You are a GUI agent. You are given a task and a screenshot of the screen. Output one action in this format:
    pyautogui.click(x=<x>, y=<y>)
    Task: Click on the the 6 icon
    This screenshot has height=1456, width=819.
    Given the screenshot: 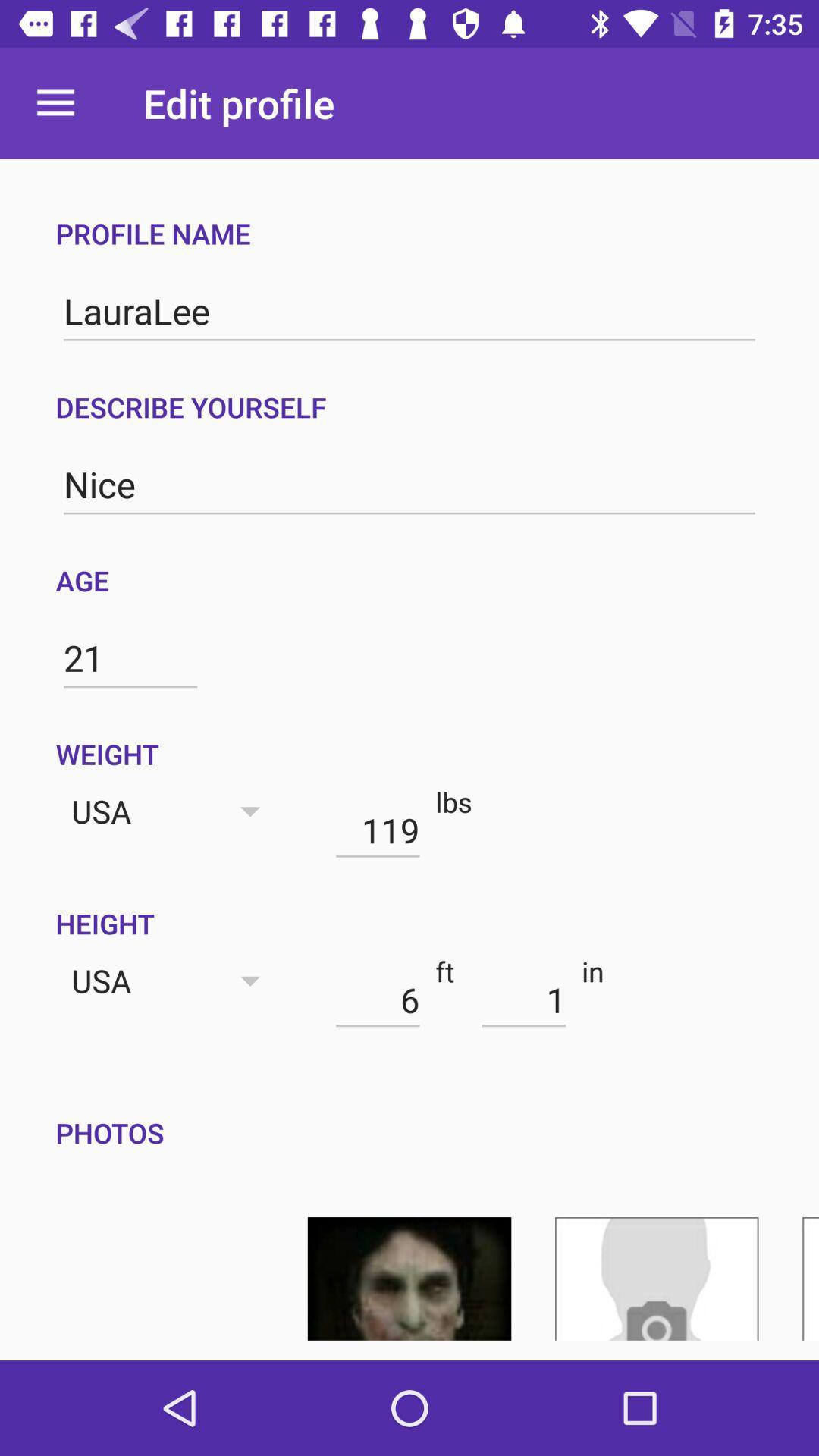 What is the action you would take?
    pyautogui.click(x=377, y=999)
    